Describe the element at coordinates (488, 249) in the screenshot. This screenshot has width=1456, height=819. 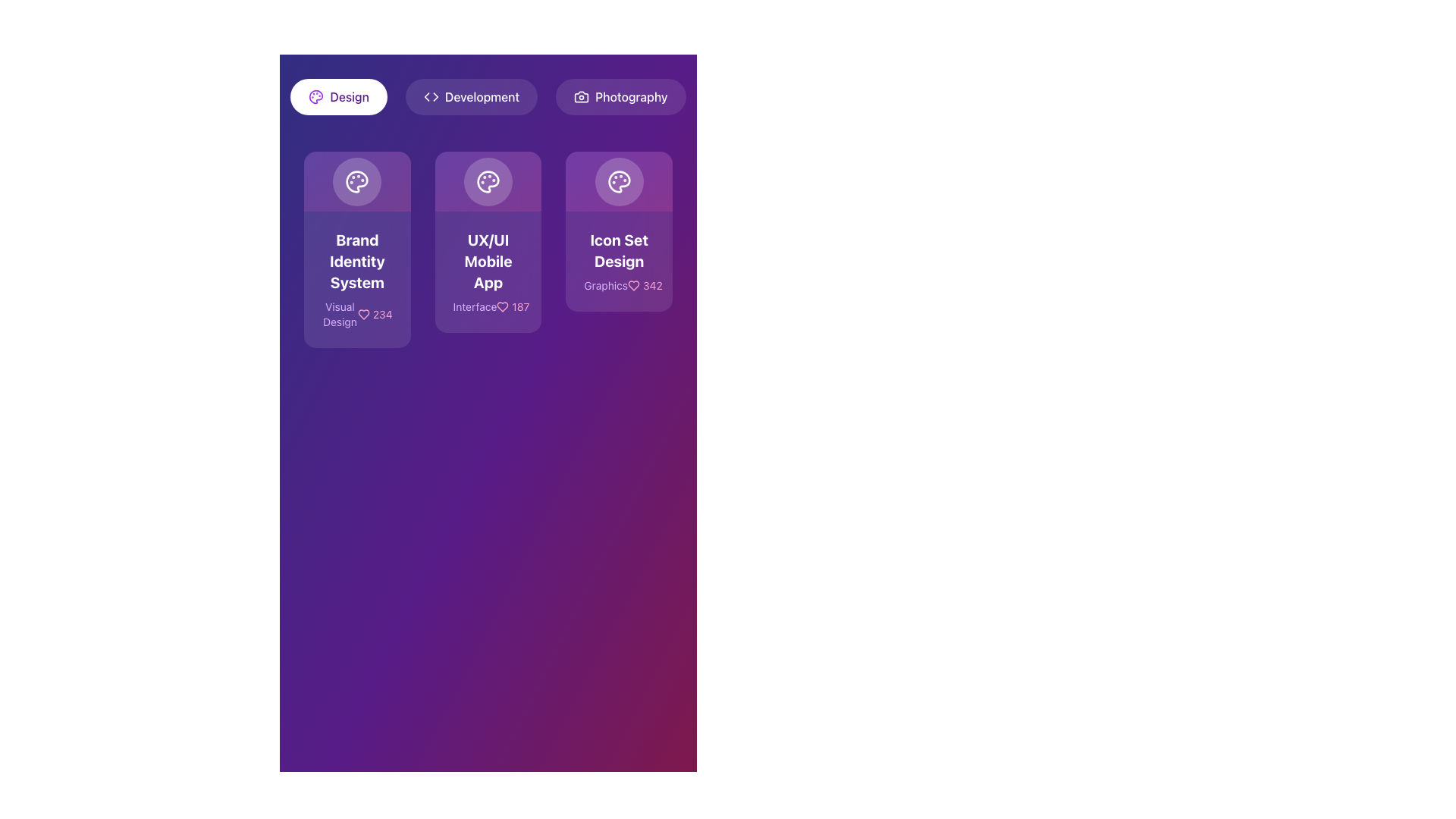
I see `the card labeled 'UX/UI Mobile App' which is the second card in a grid of three` at that location.